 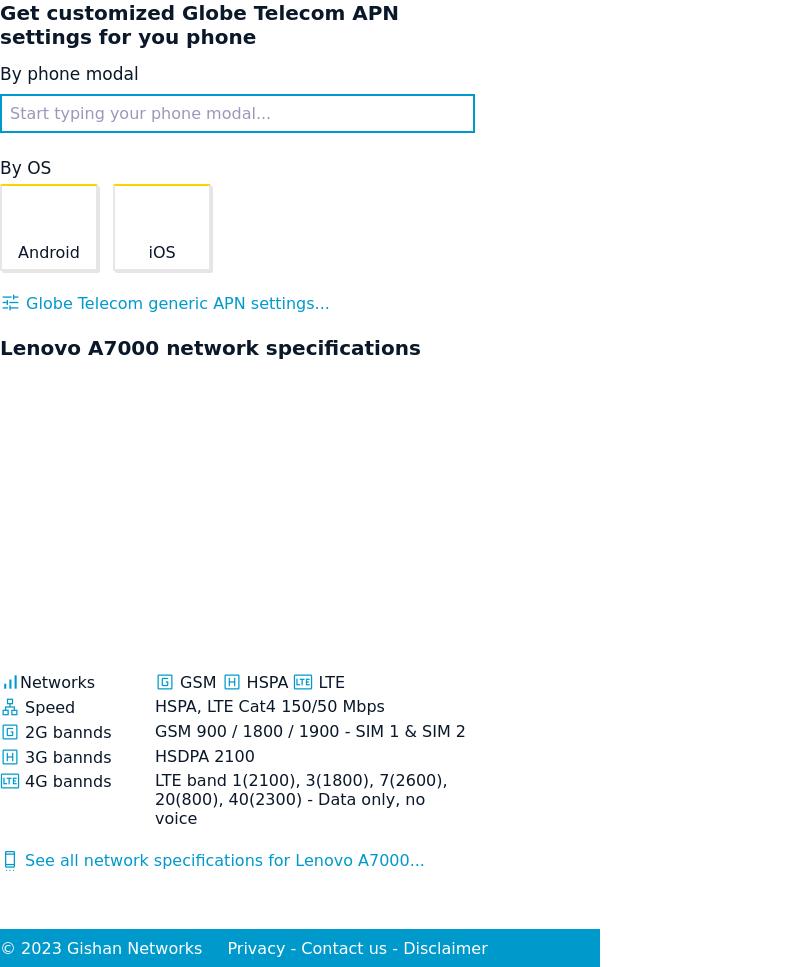 I want to click on 'Lenovo A7000 network specifications', so click(x=210, y=347).